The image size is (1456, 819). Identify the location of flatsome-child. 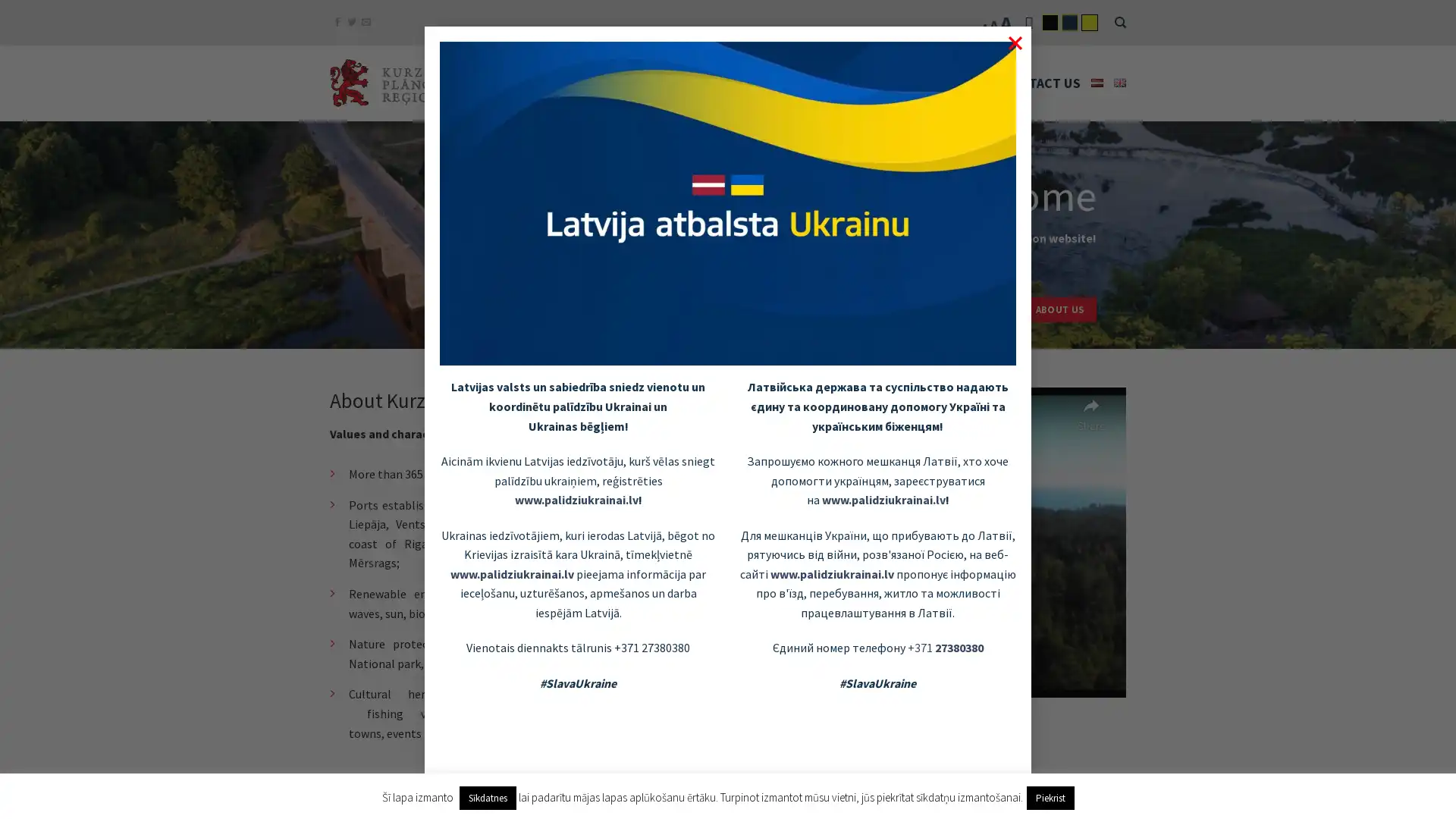
(1069, 22).